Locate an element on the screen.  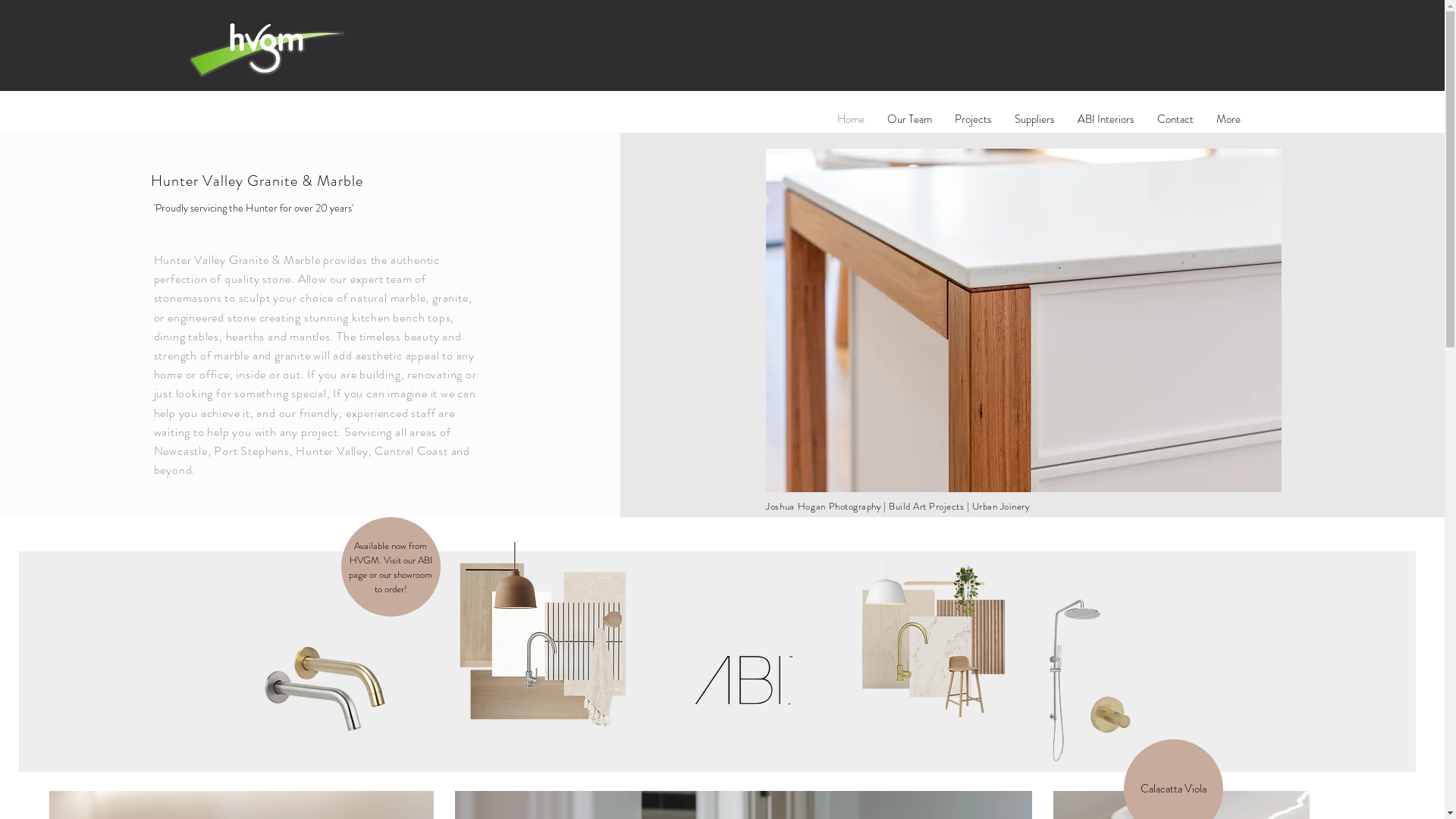
'Cutting Edge Joinery' is located at coordinates (765, 319).